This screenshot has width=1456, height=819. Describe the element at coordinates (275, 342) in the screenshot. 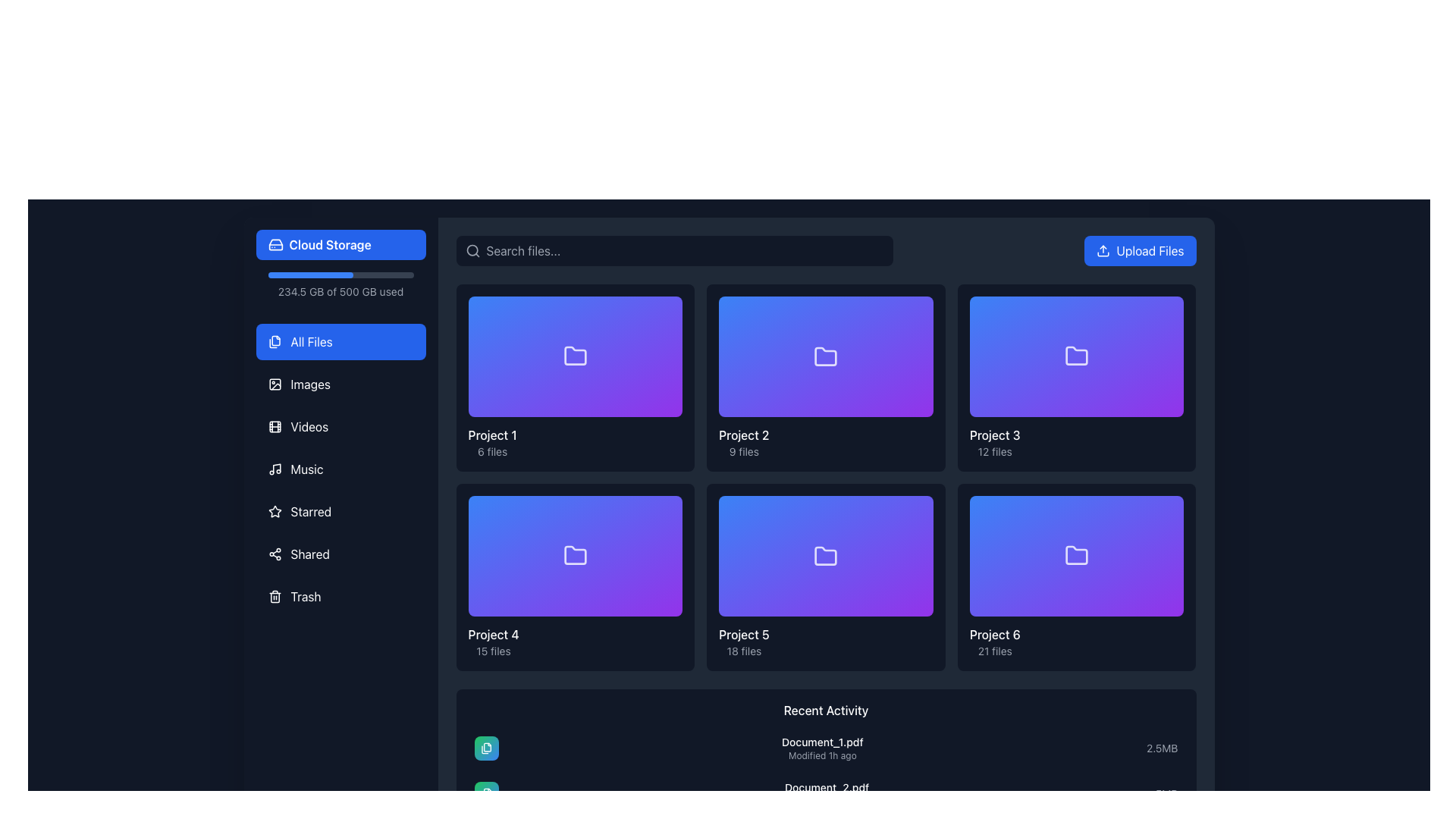

I see `the SVG Icon resembling a stack of files, located to the left of the 'All Files' text in the highlighted navigation menu` at that location.